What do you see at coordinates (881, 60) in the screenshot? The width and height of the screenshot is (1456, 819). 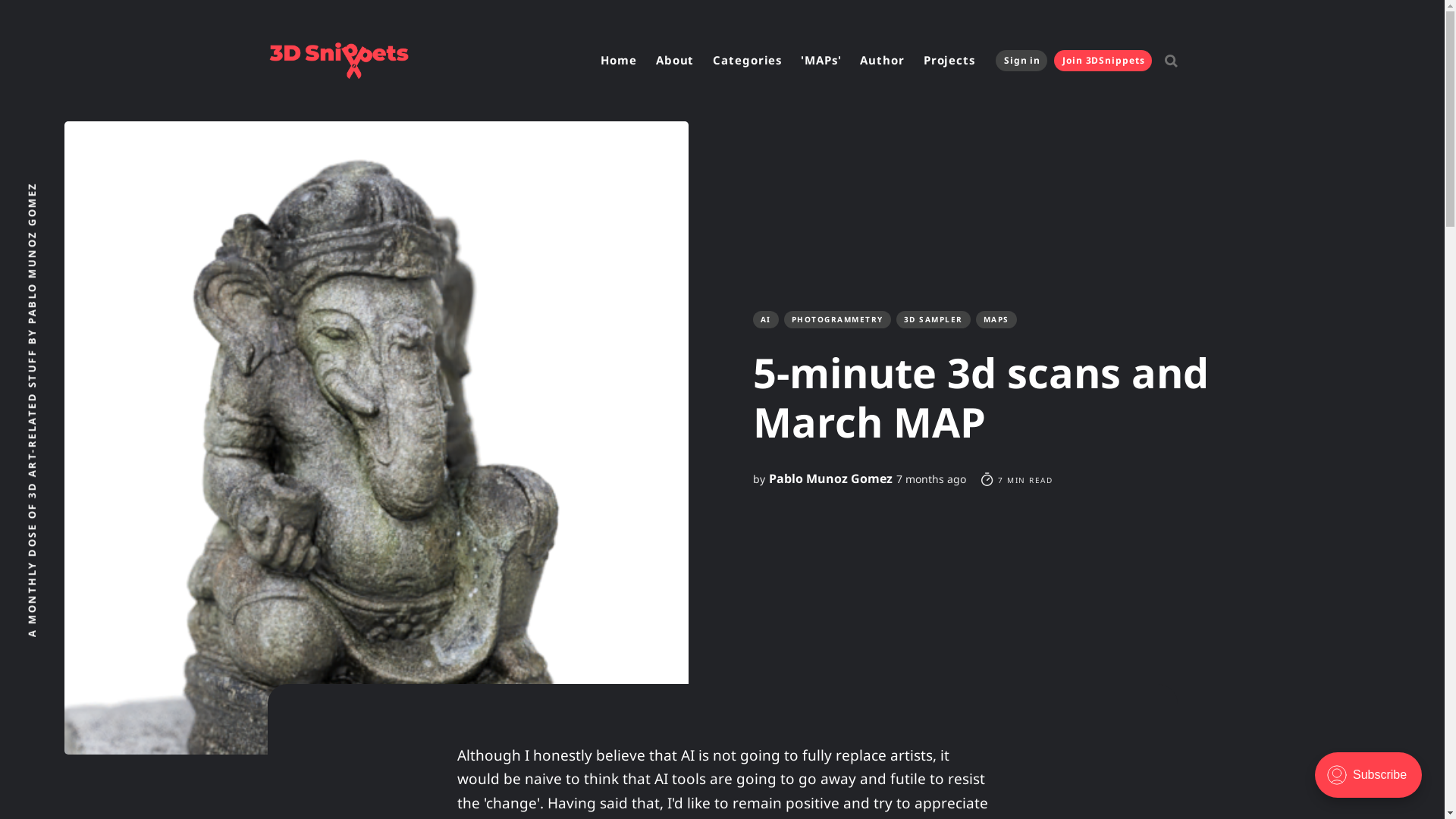 I see `'Author'` at bounding box center [881, 60].